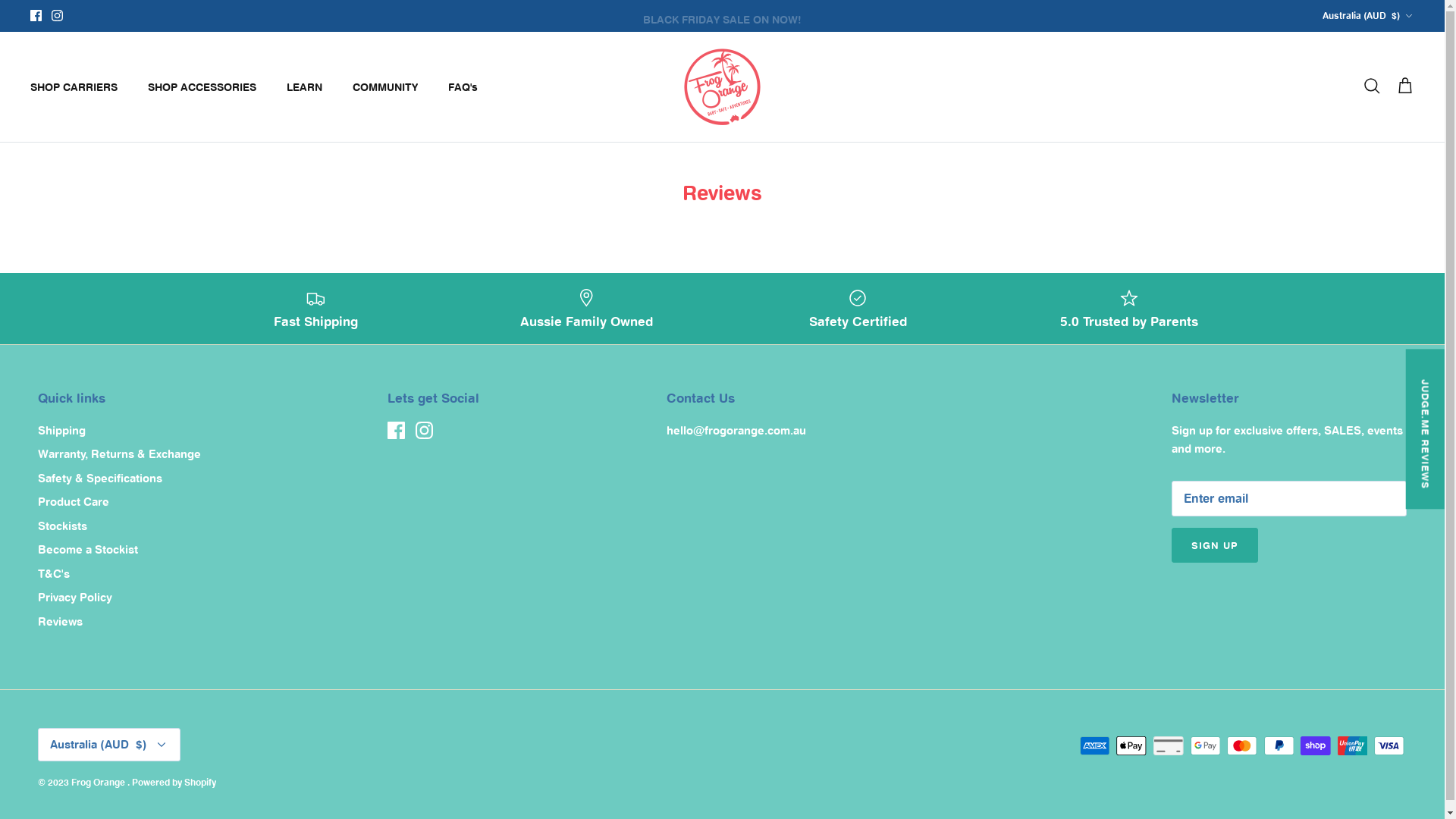  I want to click on 'Product Care', so click(72, 501).